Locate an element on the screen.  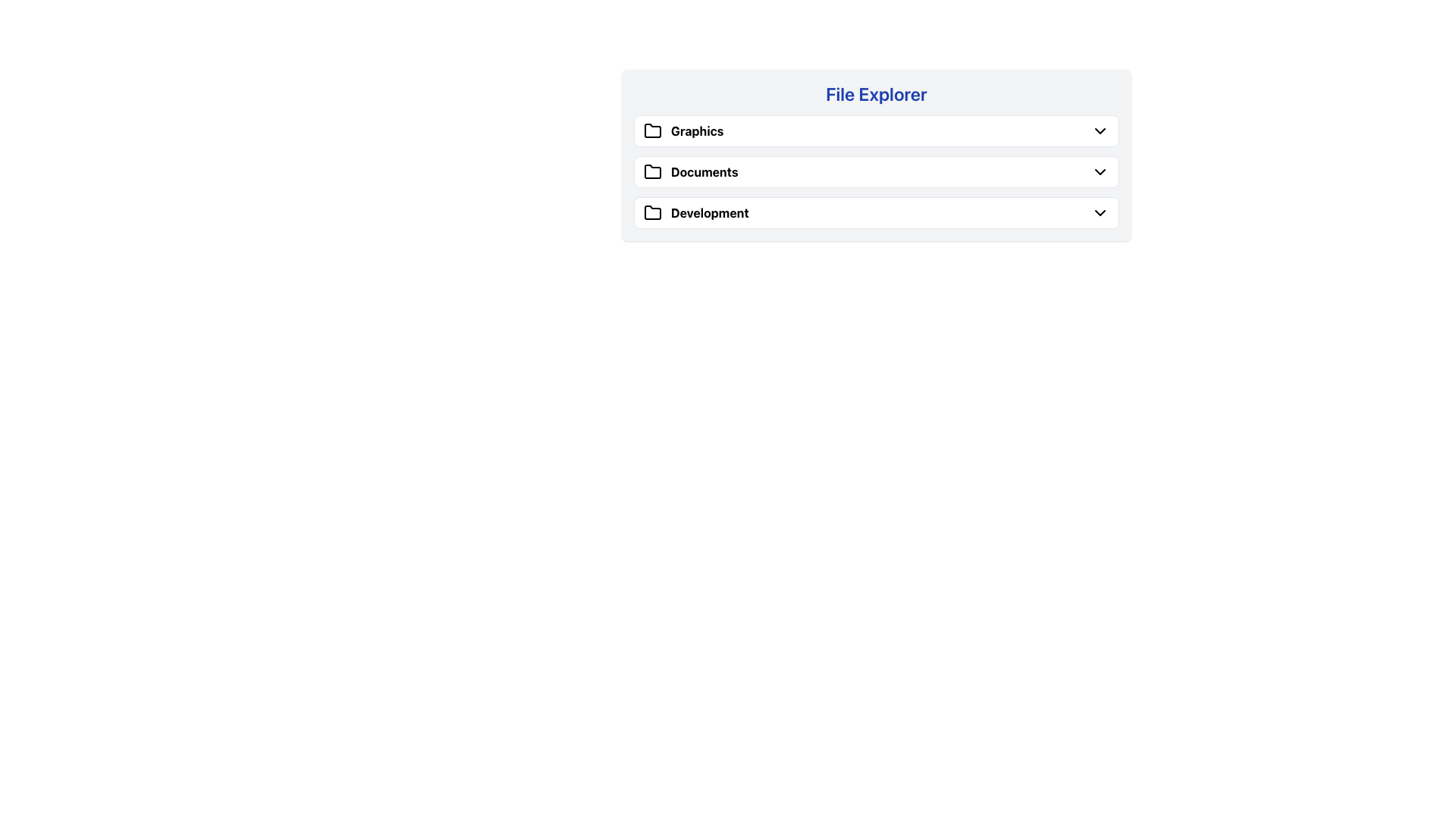
the text label displaying 'Development' located as the header of a folder entry under the 'Documents' section is located at coordinates (709, 213).